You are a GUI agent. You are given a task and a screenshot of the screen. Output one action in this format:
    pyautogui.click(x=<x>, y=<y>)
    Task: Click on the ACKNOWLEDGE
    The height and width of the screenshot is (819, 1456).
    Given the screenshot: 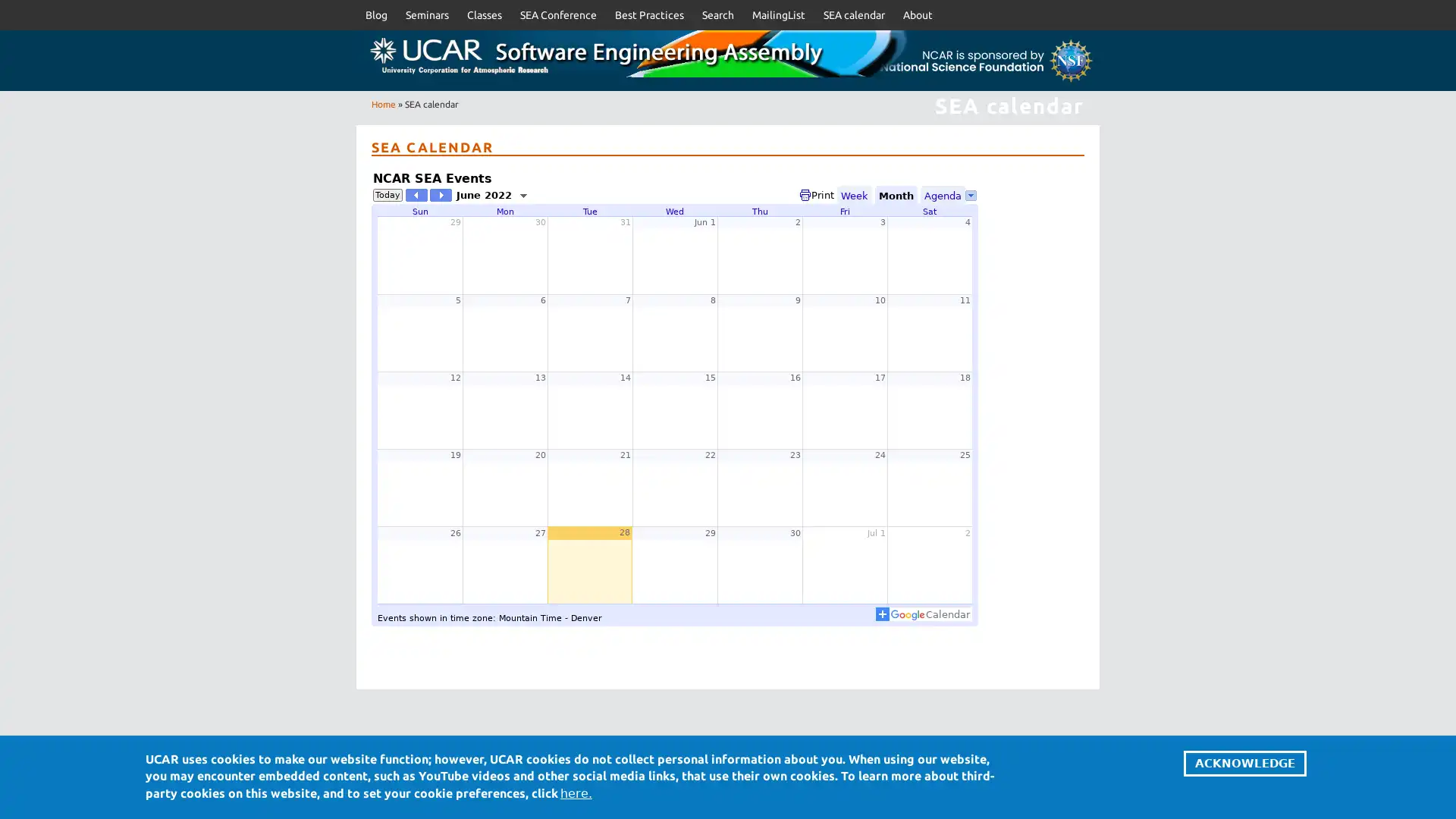 What is the action you would take?
    pyautogui.click(x=1244, y=763)
    